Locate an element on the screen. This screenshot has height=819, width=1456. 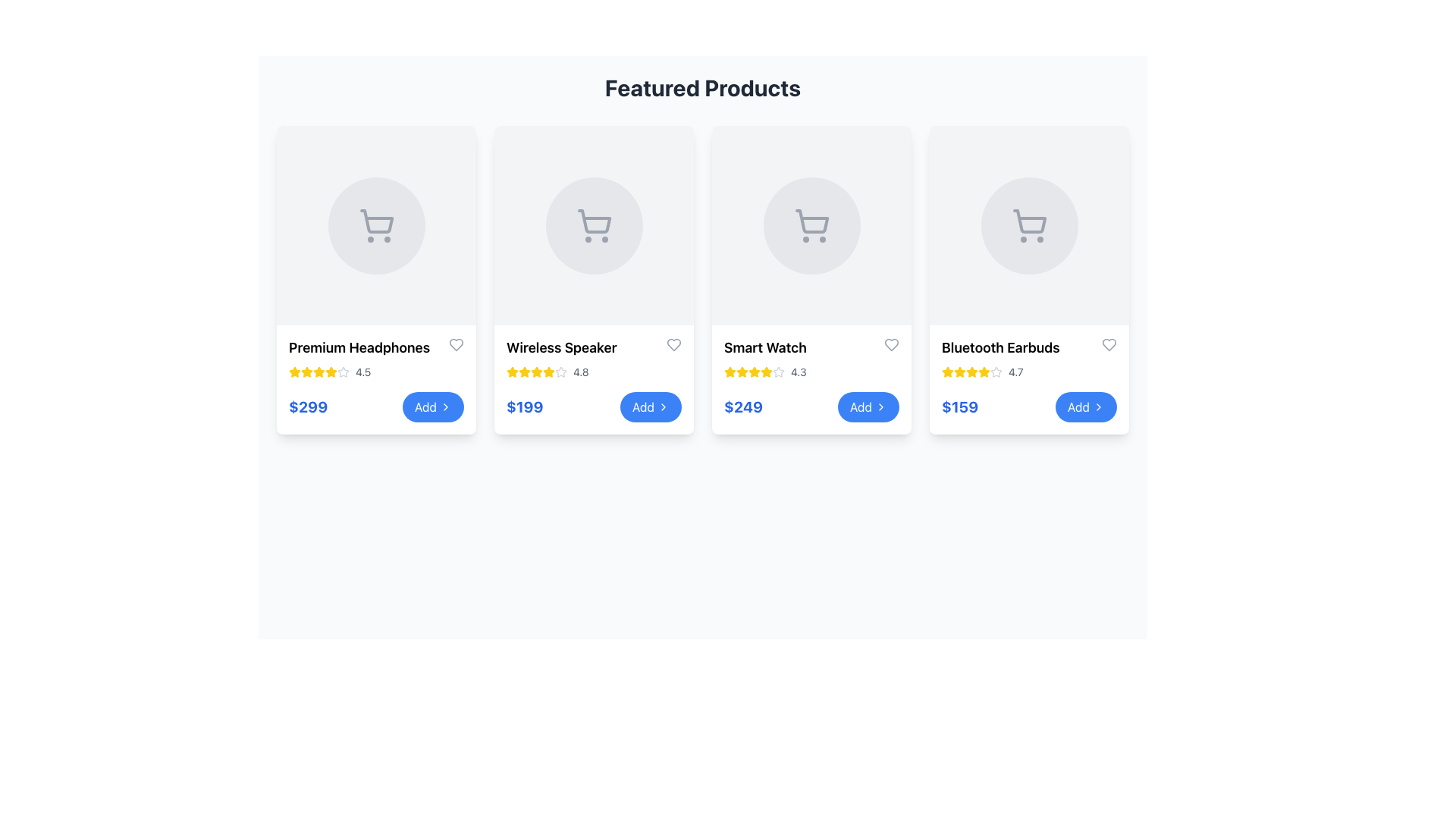
the text label displaying 'Bluetooth Earbuds' located at the top of the fourth product card in the 'Featured Products' section is located at coordinates (1029, 348).